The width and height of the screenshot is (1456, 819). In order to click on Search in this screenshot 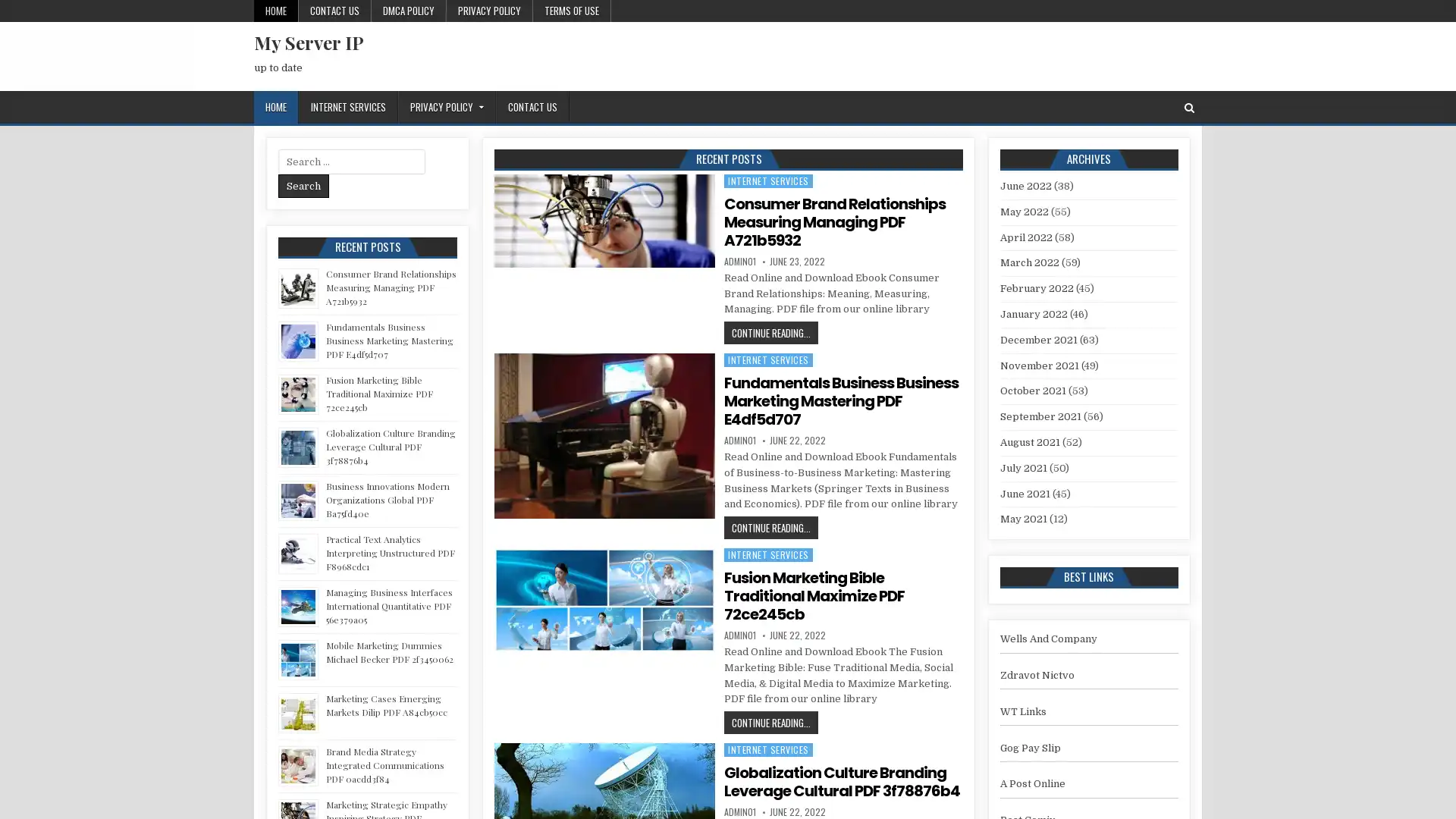, I will do `click(303, 185)`.